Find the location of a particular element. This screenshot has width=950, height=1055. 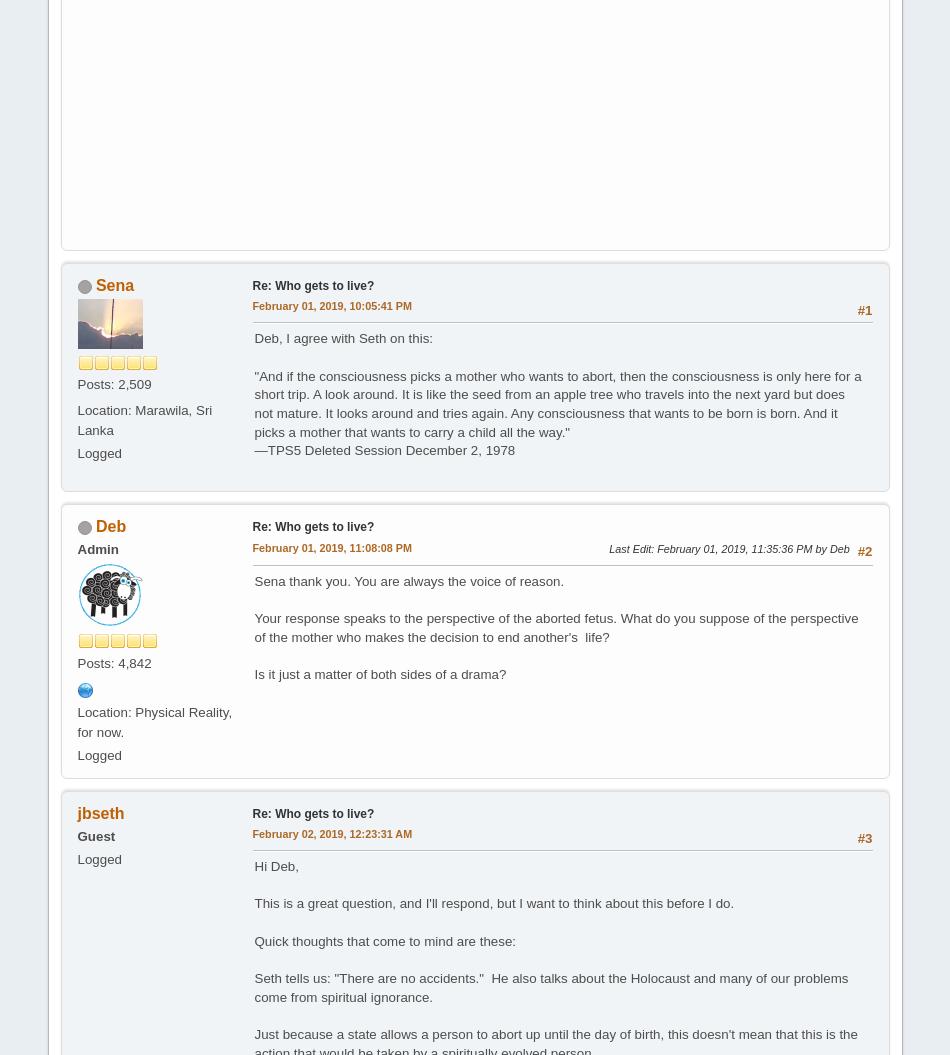

'February 02, 2019, 12:23:31 AM' is located at coordinates (331, 833).